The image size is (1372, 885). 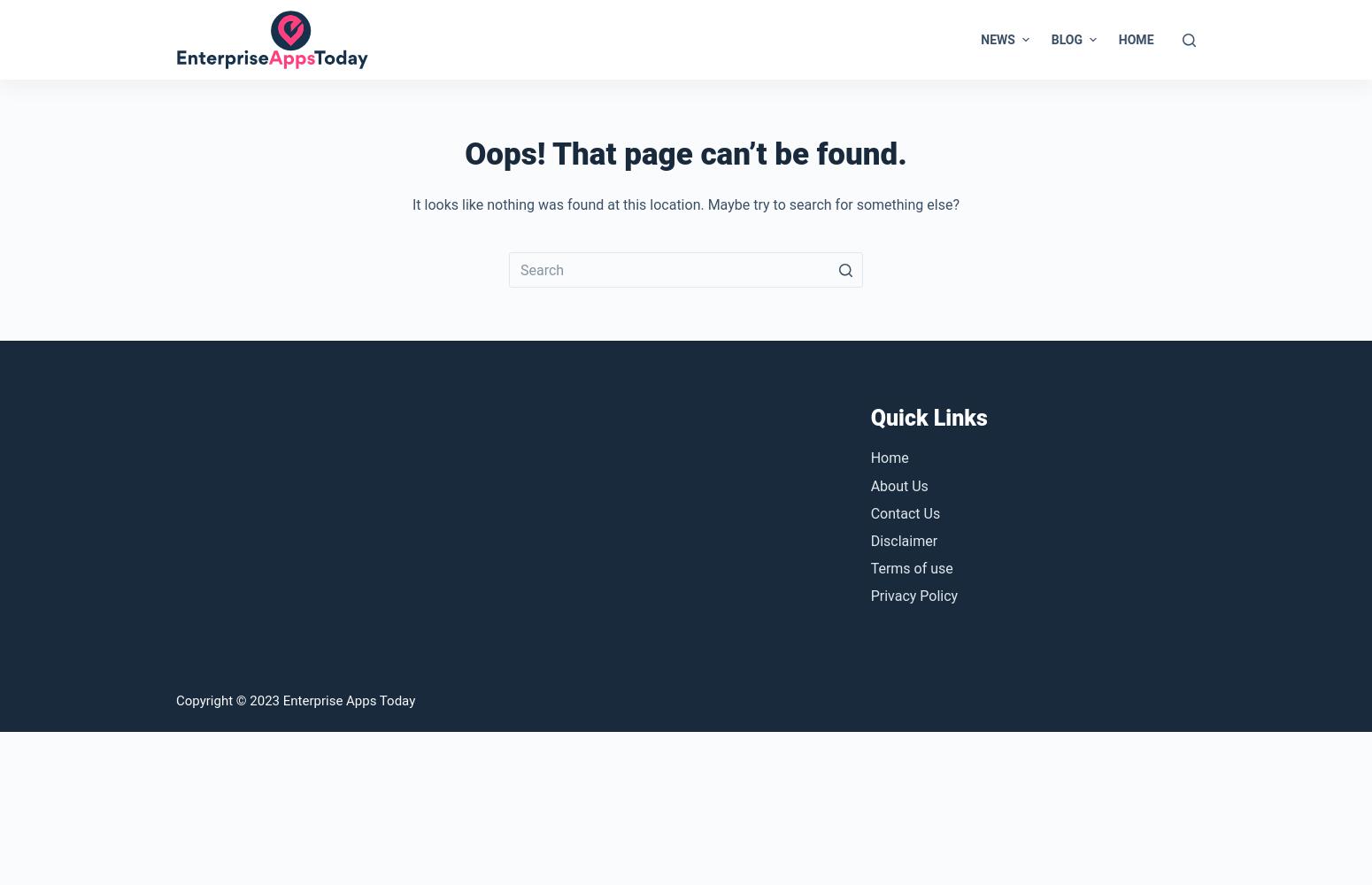 I want to click on 'Reviews', so click(x=1056, y=198).